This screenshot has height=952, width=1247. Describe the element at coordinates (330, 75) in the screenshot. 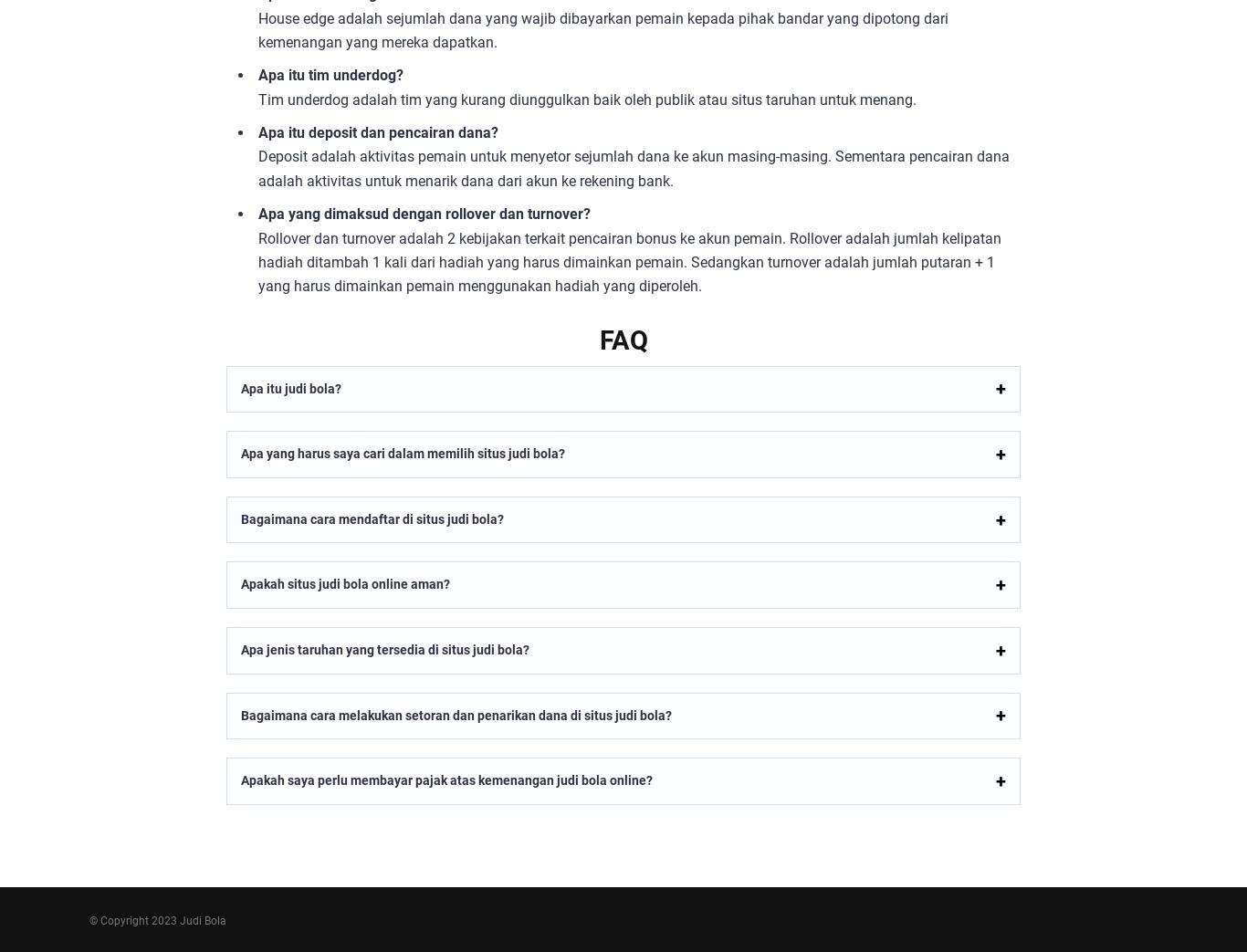

I see `'Apa itu tim underdog?'` at that location.